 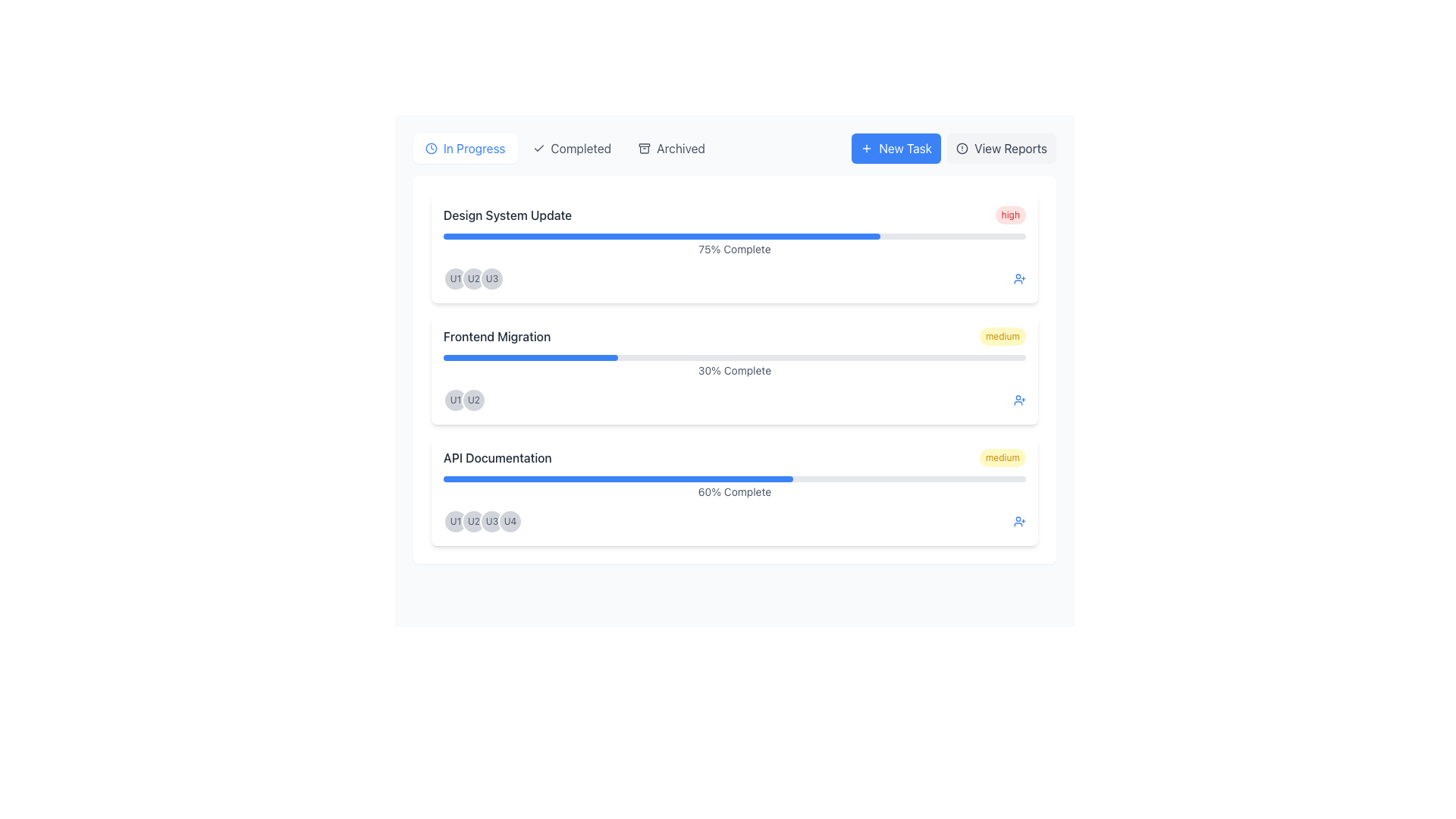 I want to click on the circular avatar labeled 'U2', which has a light gray background and white border, so click(x=472, y=520).